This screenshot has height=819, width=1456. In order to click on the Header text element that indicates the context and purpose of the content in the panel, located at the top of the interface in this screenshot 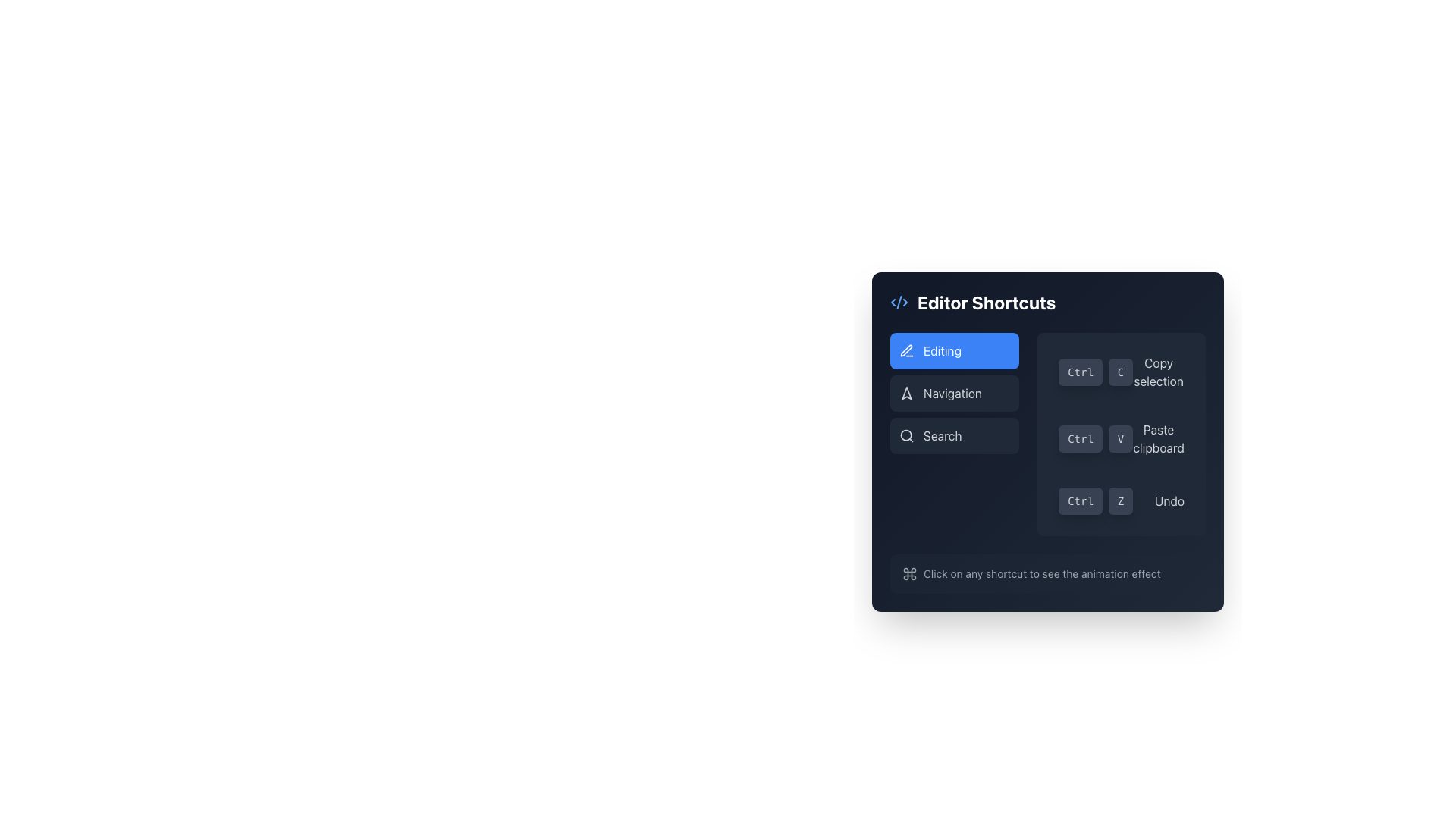, I will do `click(1047, 302)`.